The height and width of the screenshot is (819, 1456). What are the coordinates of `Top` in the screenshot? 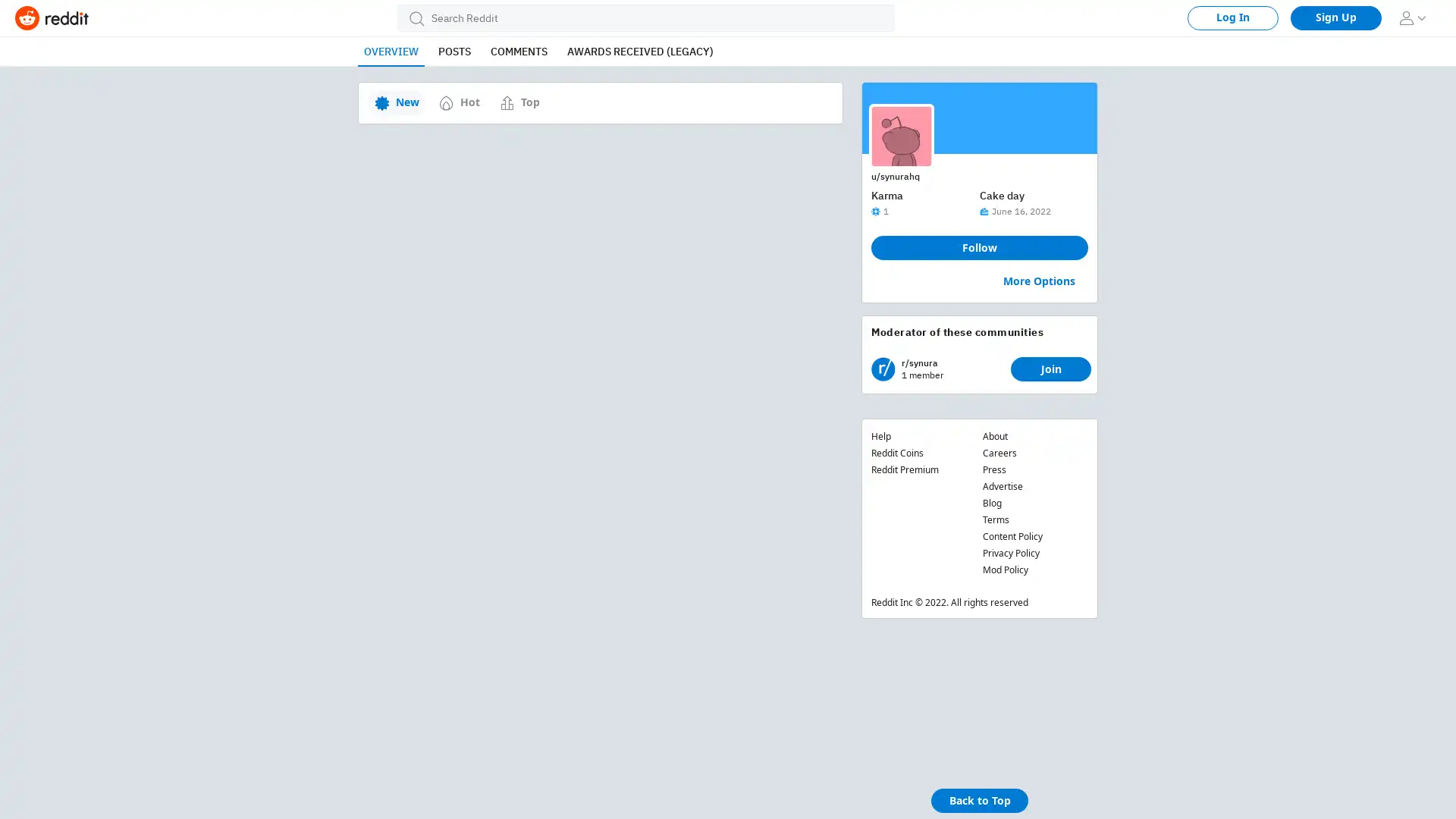 It's located at (519, 102).